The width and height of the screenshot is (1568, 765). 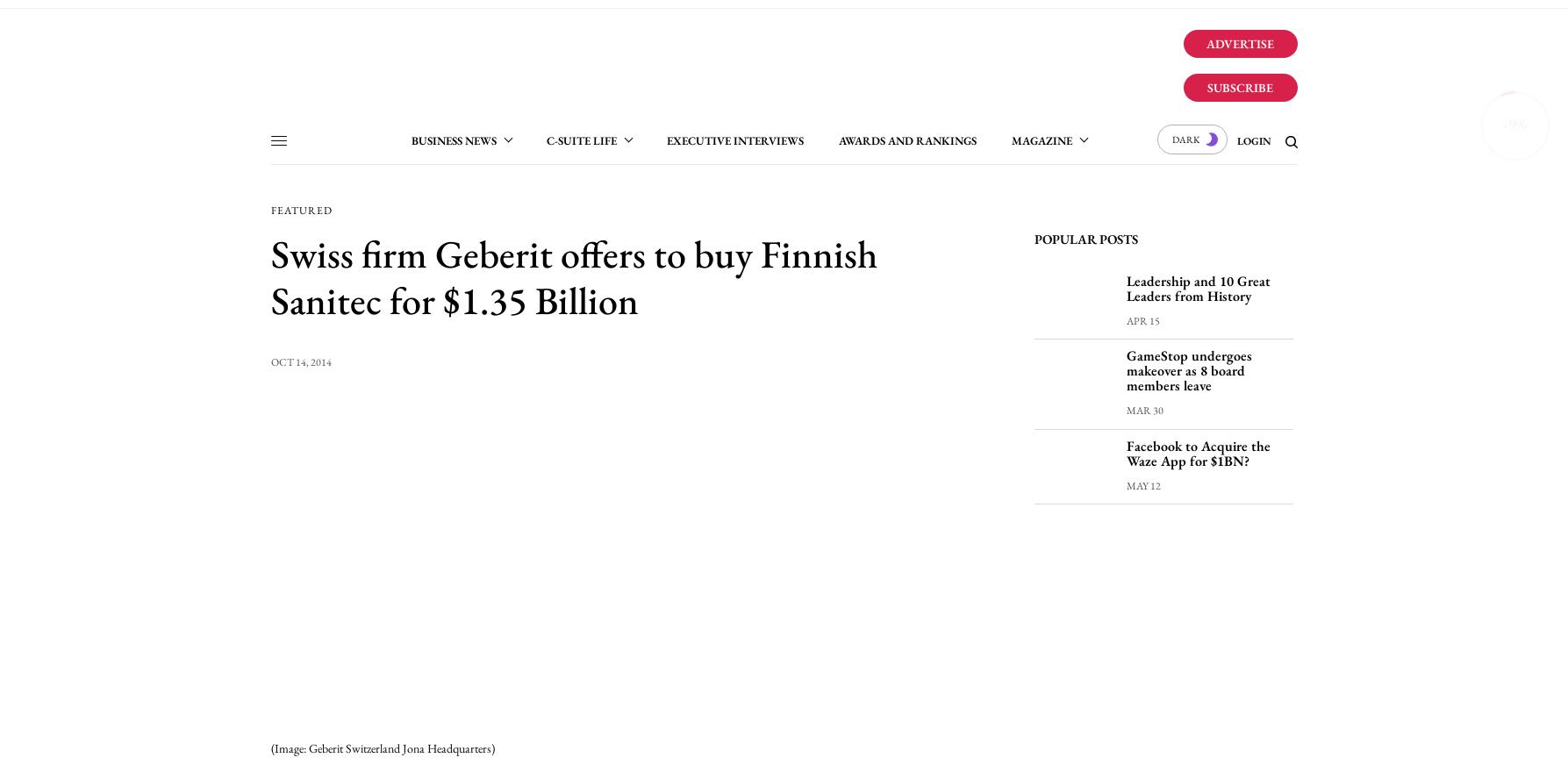 What do you see at coordinates (527, 218) in the screenshot?
I see `'Daily Zen'` at bounding box center [527, 218].